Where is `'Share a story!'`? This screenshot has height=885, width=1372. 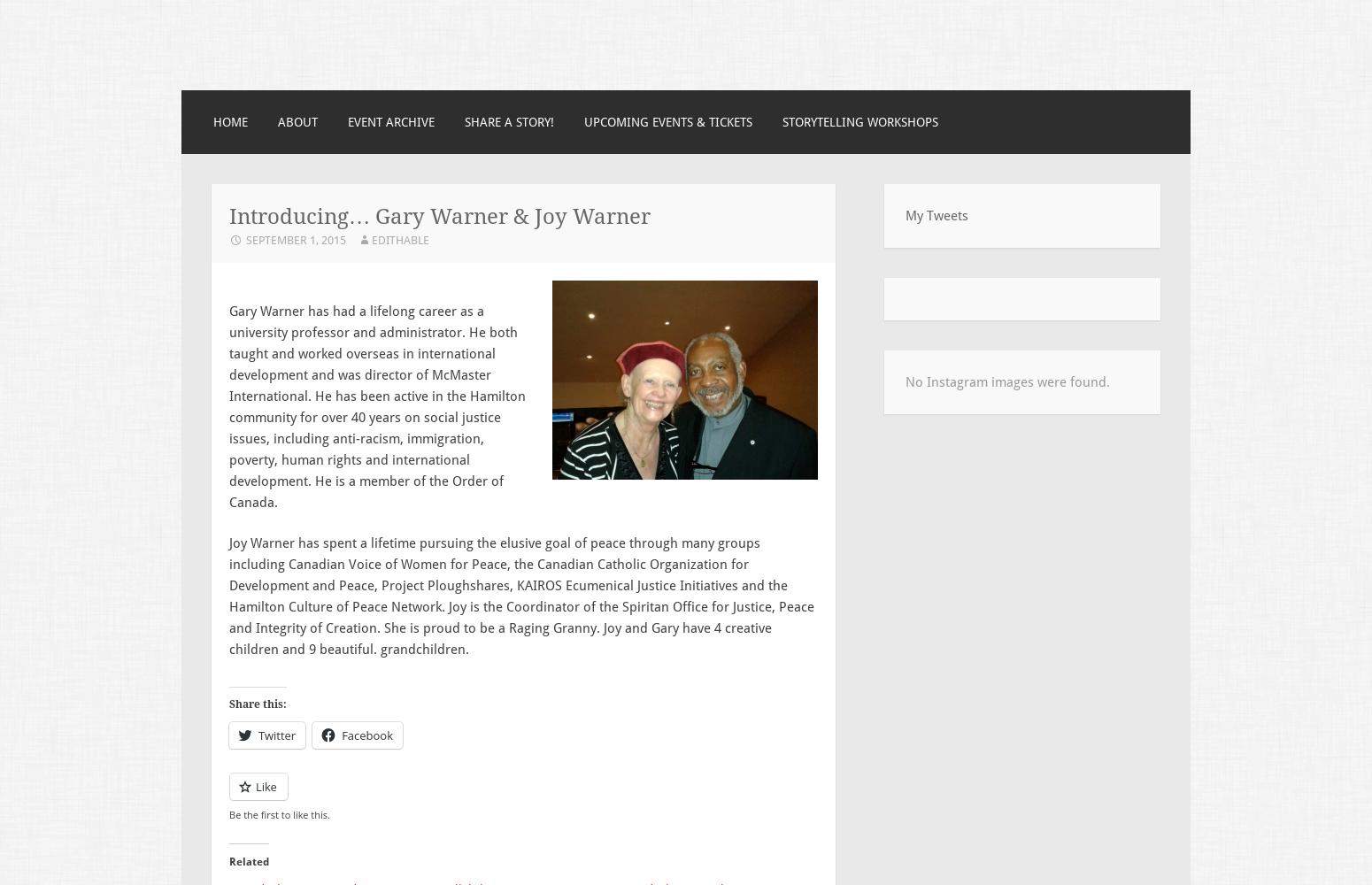 'Share a story!' is located at coordinates (509, 122).